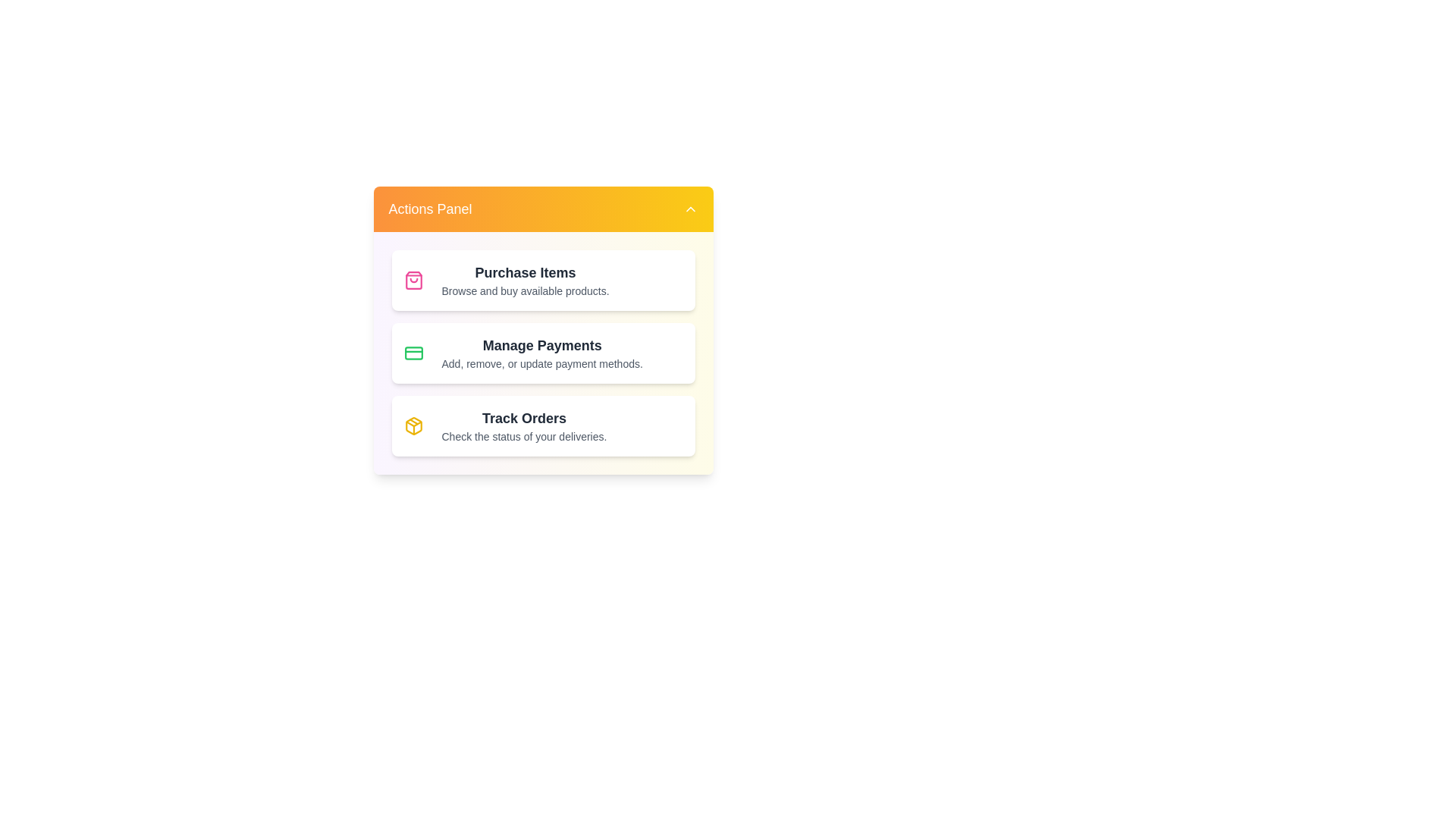 The image size is (1456, 819). Describe the element at coordinates (543, 353) in the screenshot. I see `the action item Manage Payments to reveal further details` at that location.